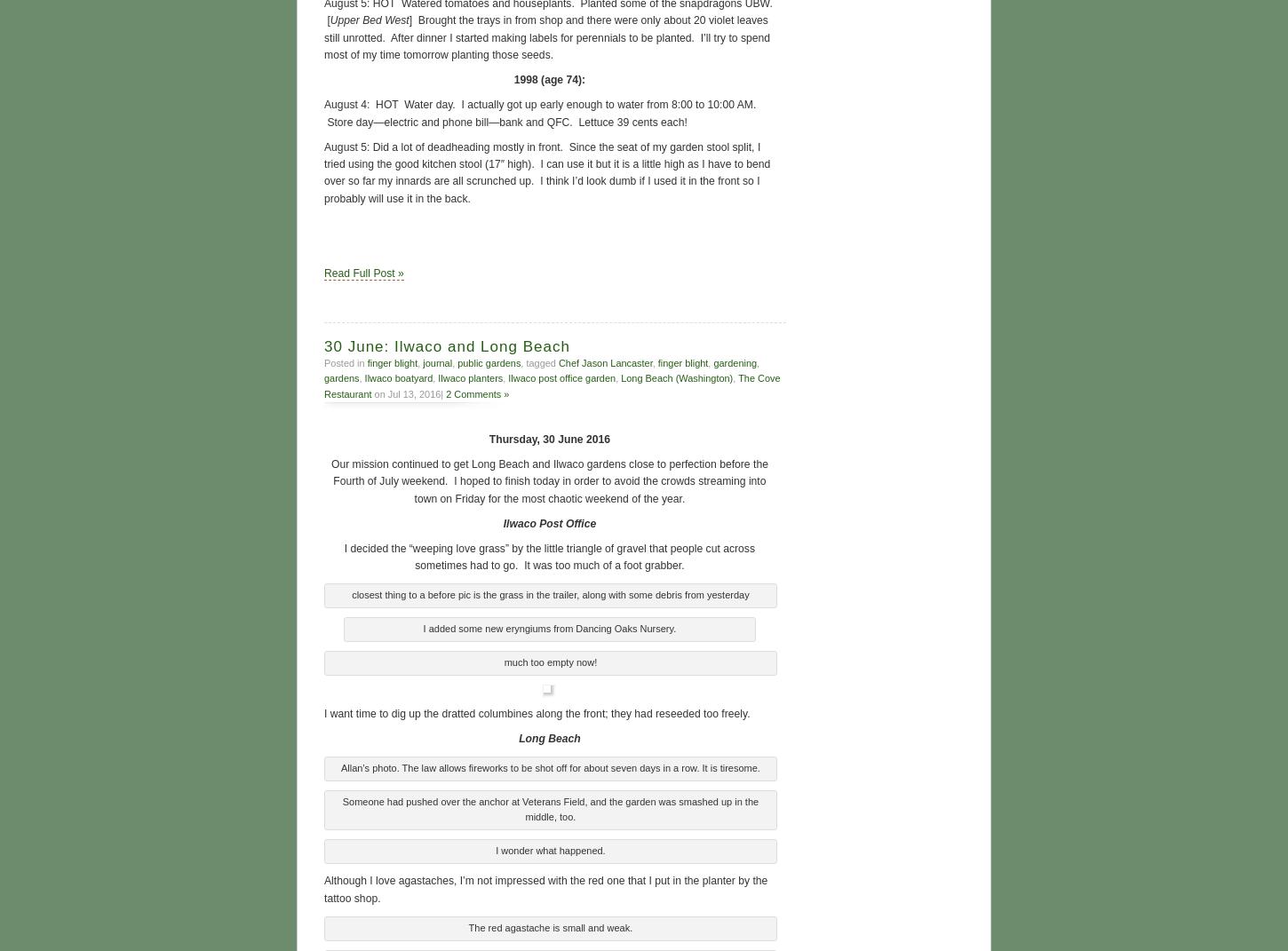  I want to click on 'I added some new eryngiums from Dancing Oaks Nursery.', so click(548, 627).